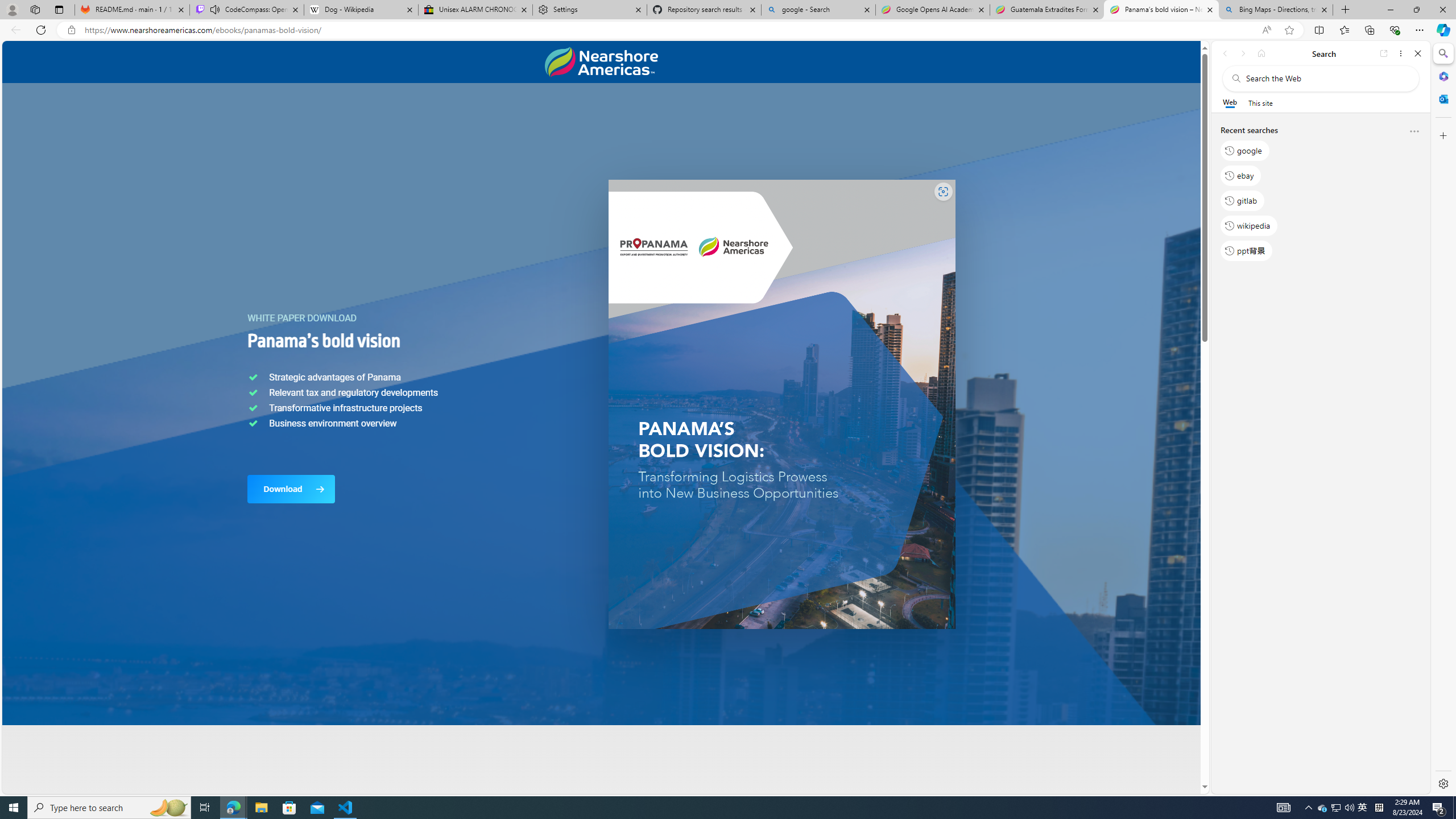 The image size is (1456, 819). Describe the element at coordinates (215, 9) in the screenshot. I see `'Mute tab'` at that location.